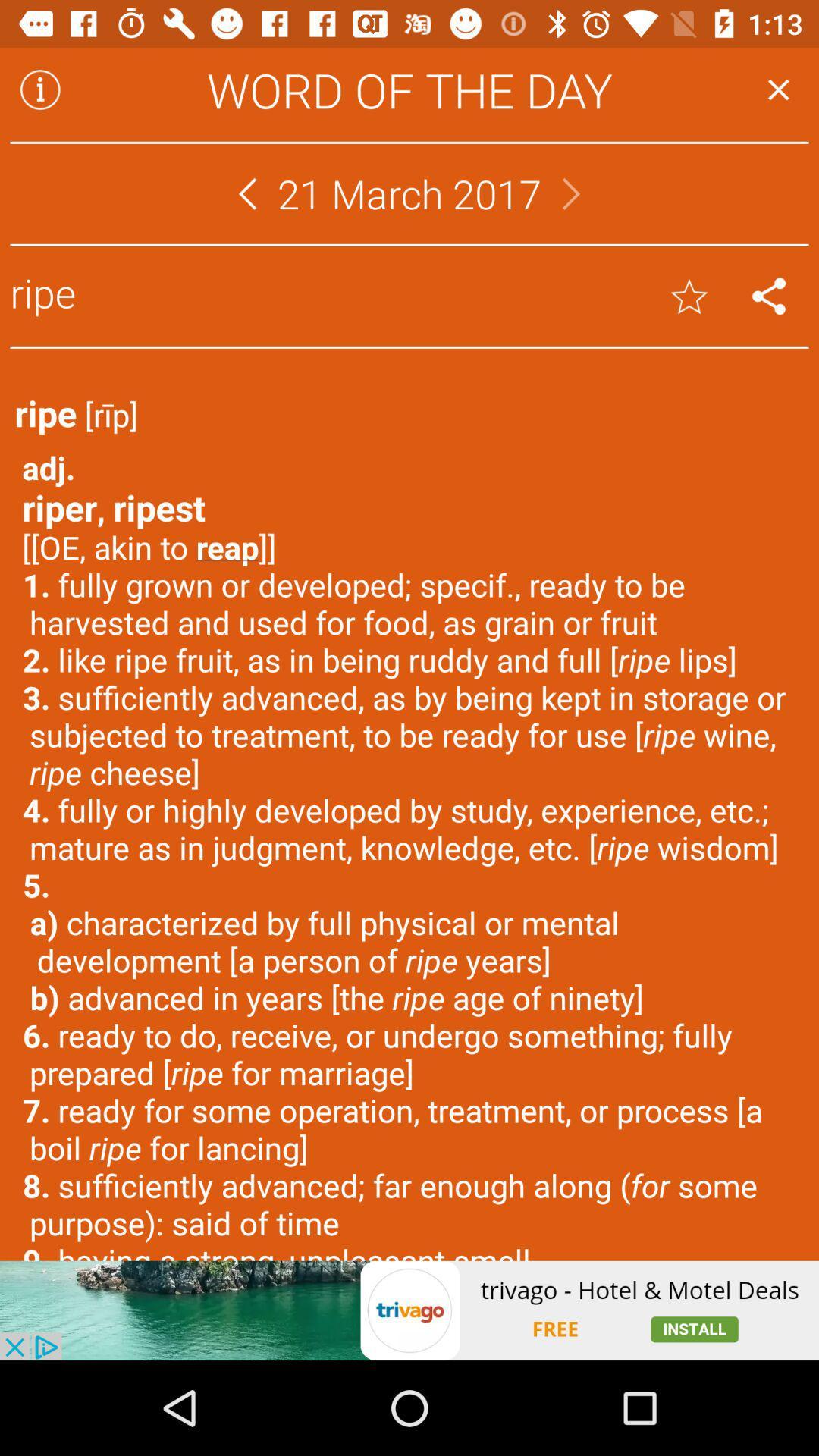 This screenshot has width=819, height=1456. What do you see at coordinates (778, 89) in the screenshot?
I see `the option` at bounding box center [778, 89].